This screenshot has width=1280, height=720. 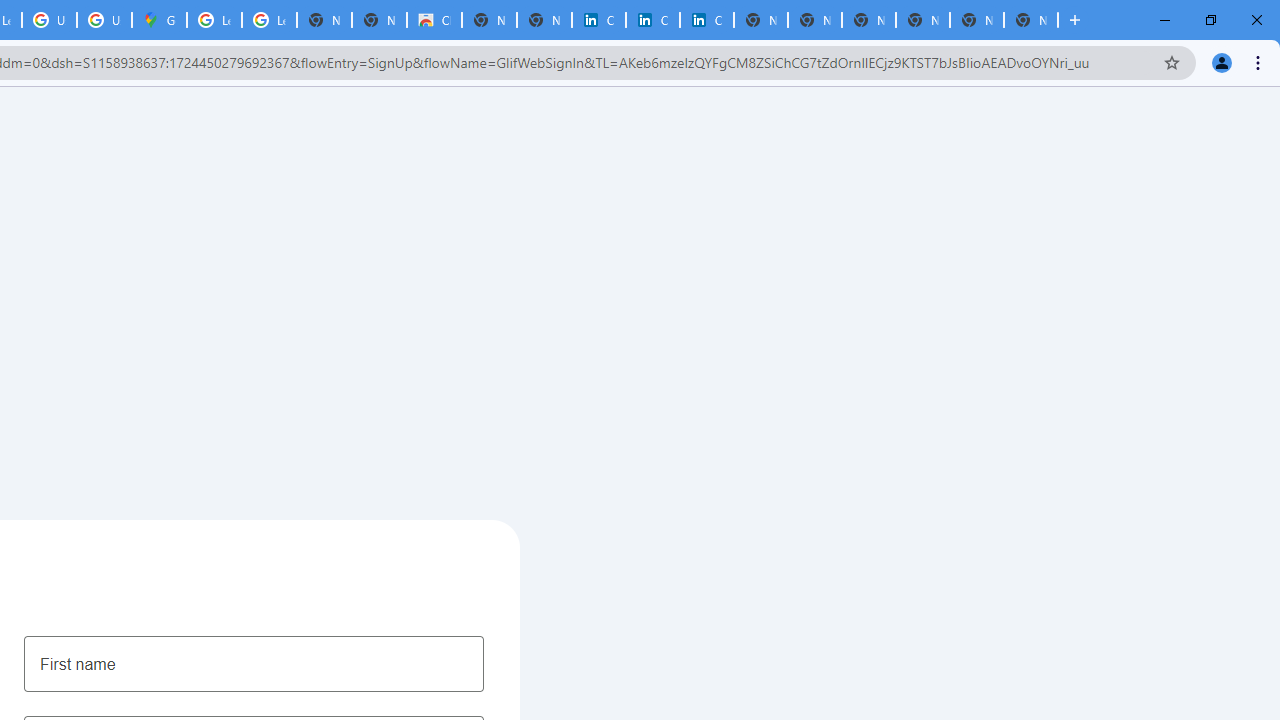 I want to click on 'Chrome Web Store', so click(x=433, y=20).